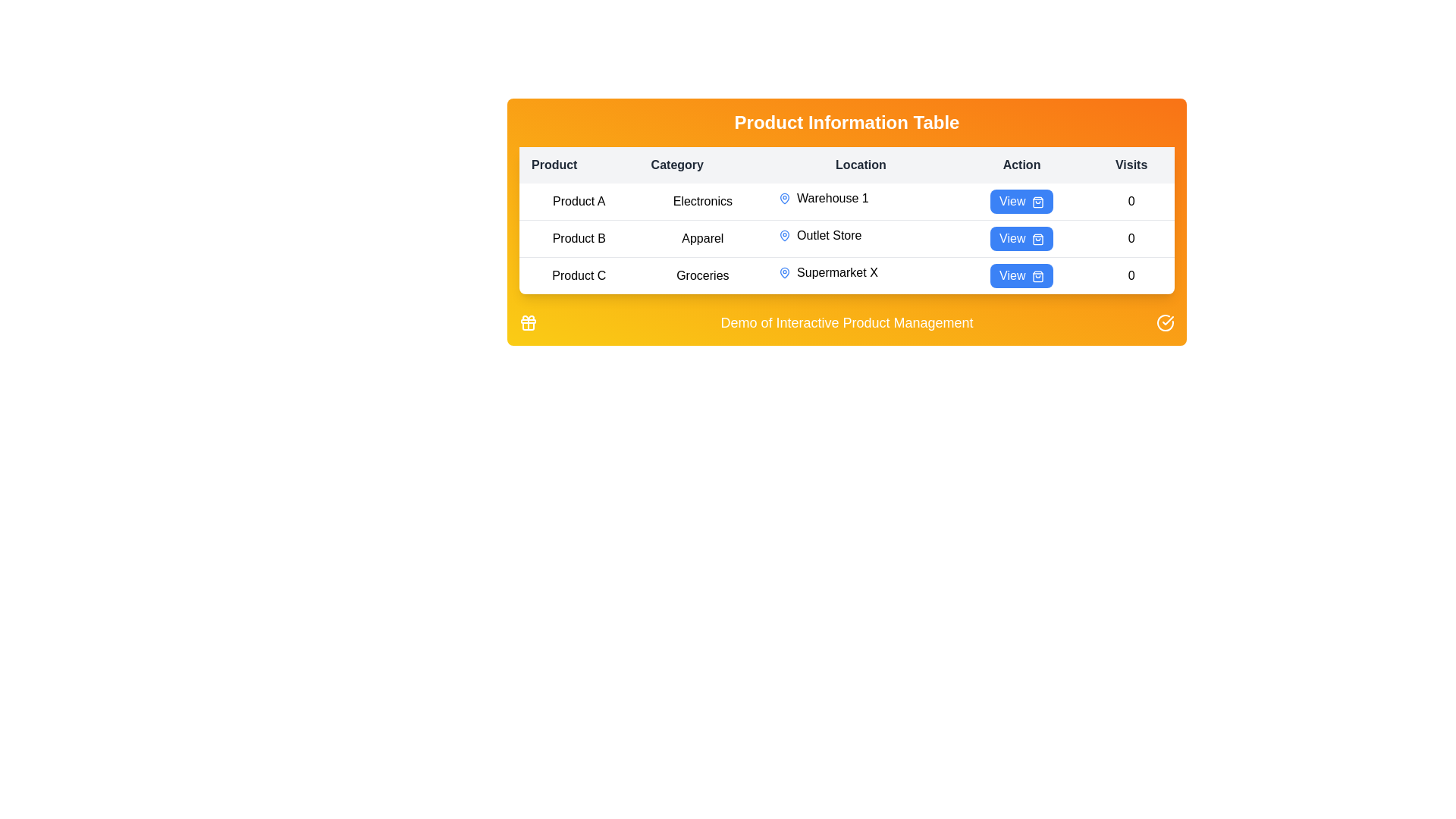 This screenshot has width=1456, height=819. I want to click on the text display 'Supermarket X' next to the blue pin icon, located in the 'Location' column of the Product Information Table, specifically in the third row, so click(861, 271).